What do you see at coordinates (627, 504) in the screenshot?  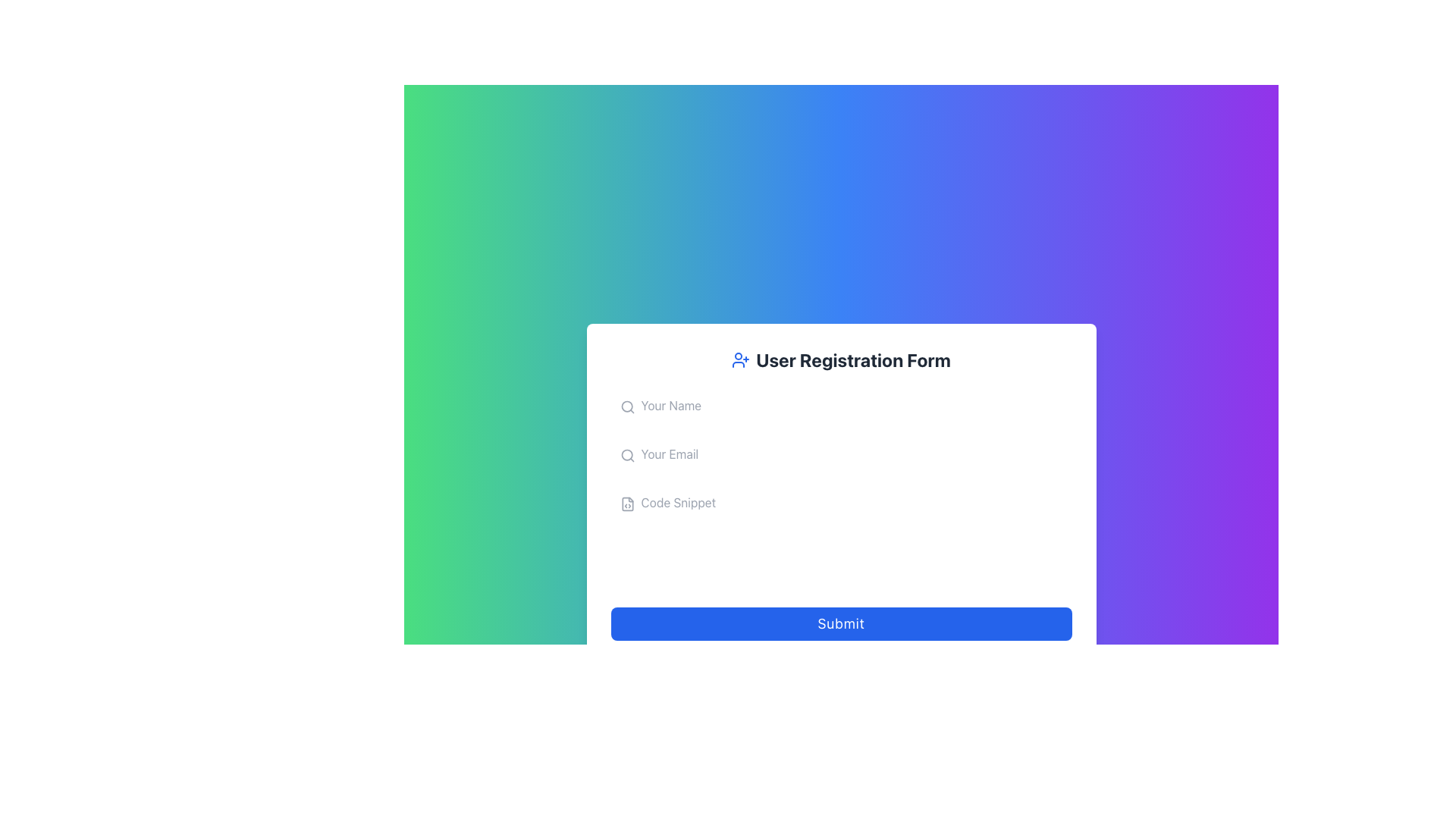 I see `the decorative icon resembling a document with a code symbol, located next to the 'Code Snippet' label` at bounding box center [627, 504].